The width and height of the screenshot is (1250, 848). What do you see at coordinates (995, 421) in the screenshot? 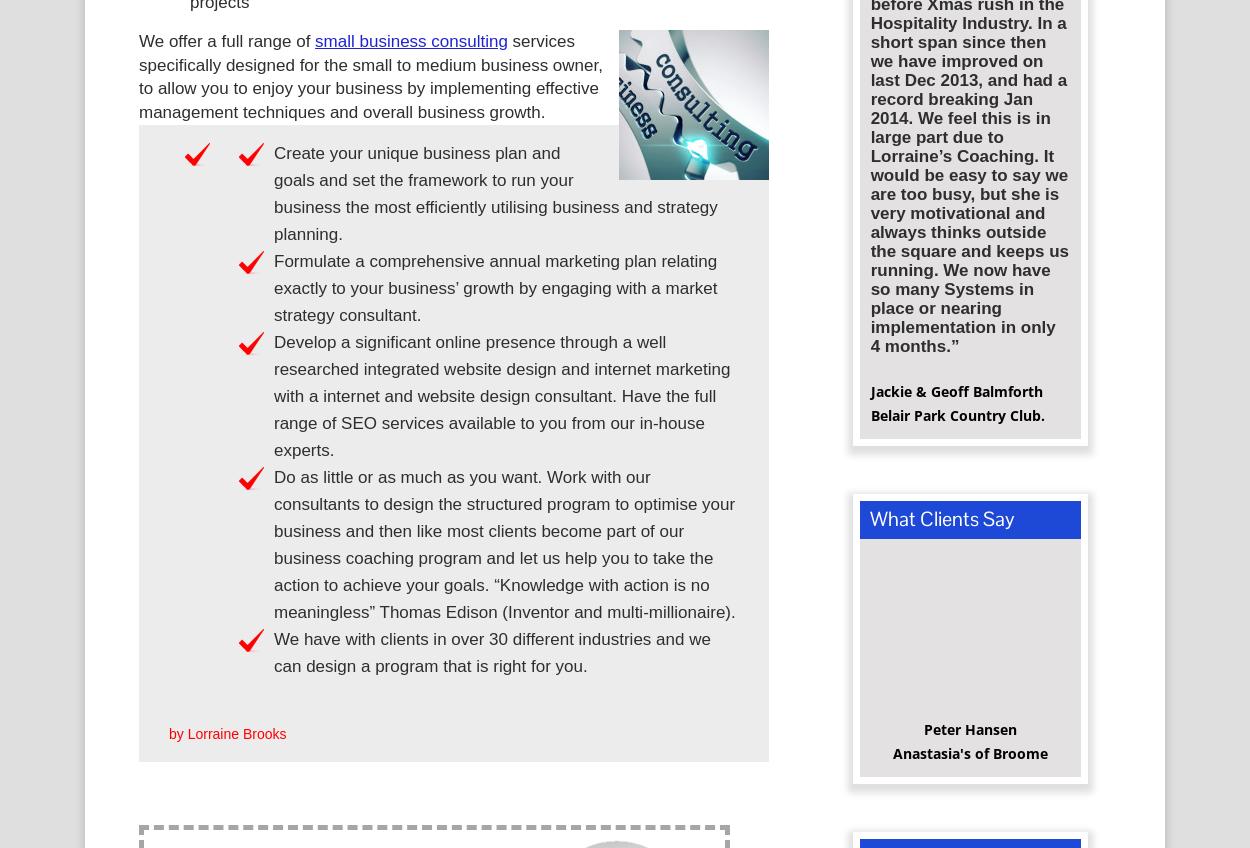
I see `'Country Club.'` at bounding box center [995, 421].